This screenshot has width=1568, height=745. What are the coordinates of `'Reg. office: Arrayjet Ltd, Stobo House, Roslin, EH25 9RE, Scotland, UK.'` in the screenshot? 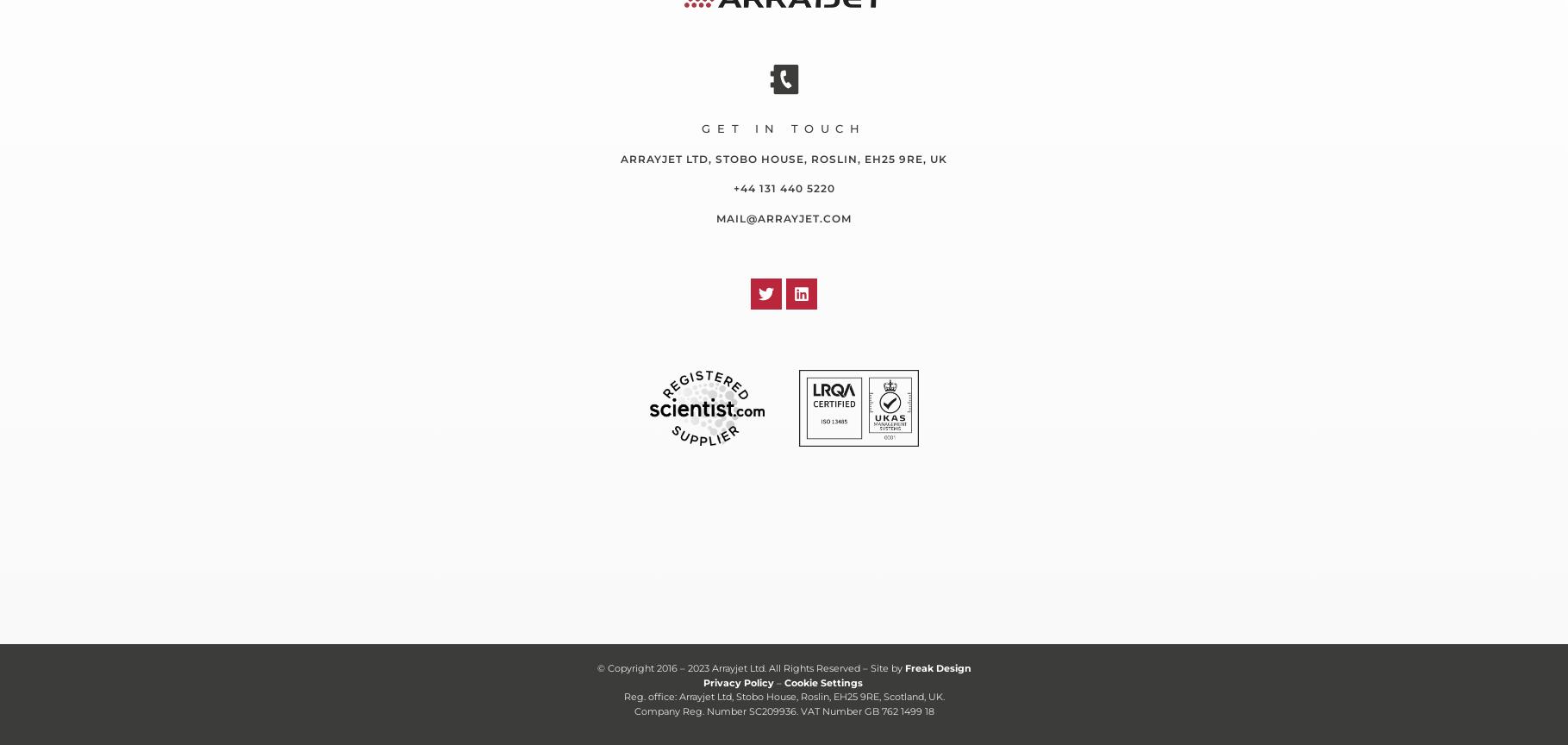 It's located at (623, 696).